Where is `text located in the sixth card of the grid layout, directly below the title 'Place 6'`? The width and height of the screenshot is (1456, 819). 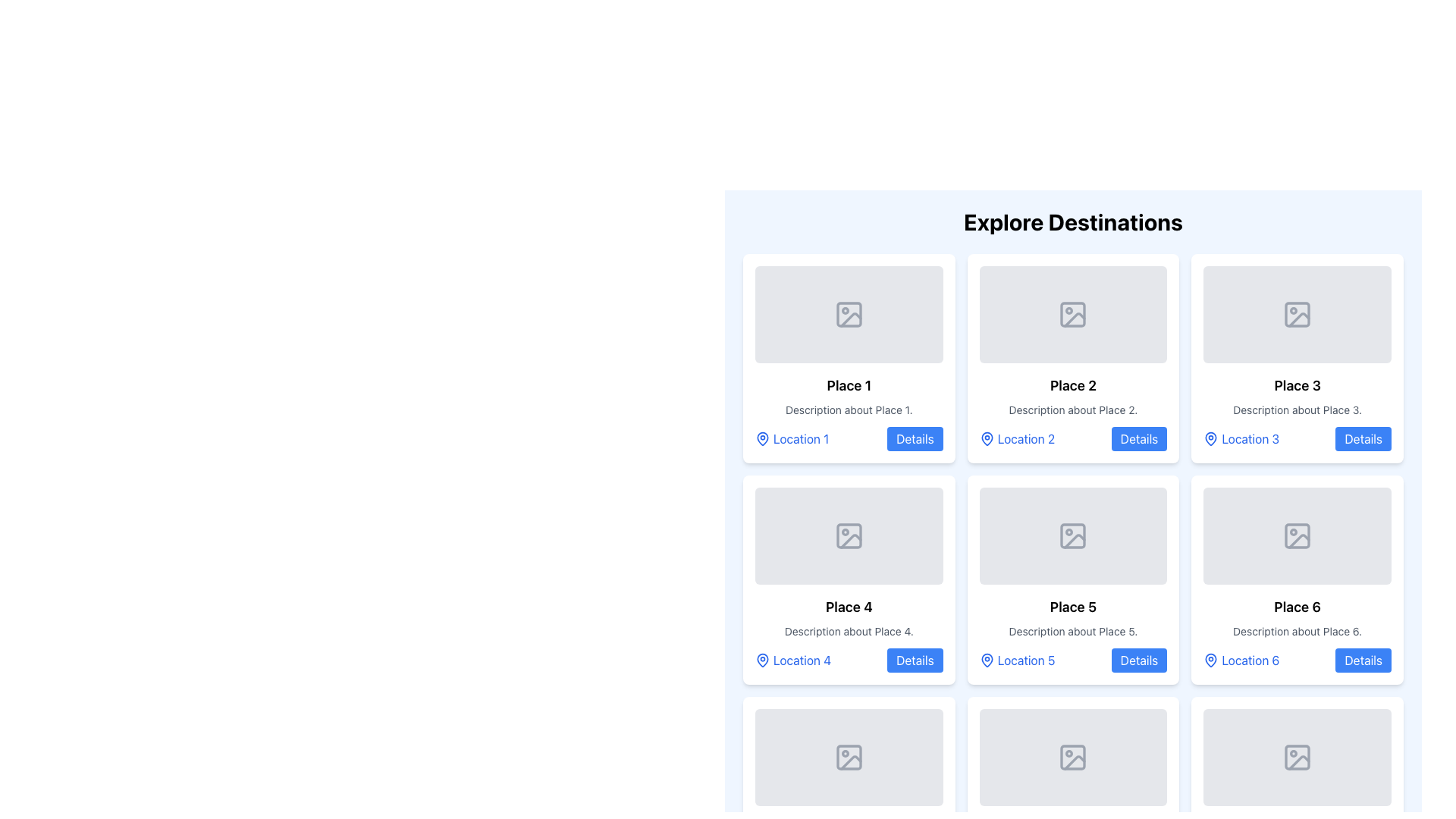 text located in the sixth card of the grid layout, directly below the title 'Place 6' is located at coordinates (1297, 632).